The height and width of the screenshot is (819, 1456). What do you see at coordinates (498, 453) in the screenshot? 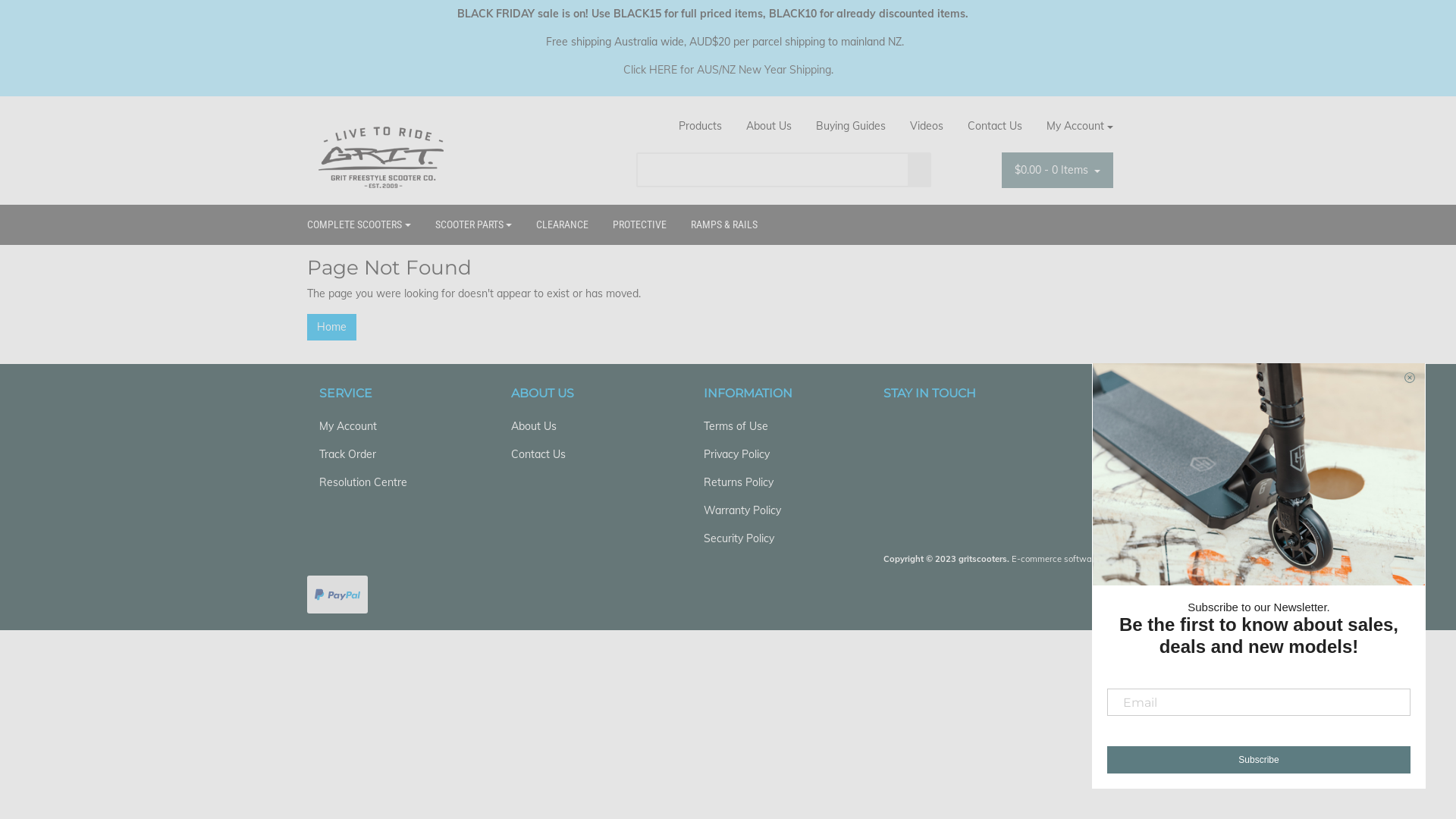
I see `'Contact Us'` at bounding box center [498, 453].